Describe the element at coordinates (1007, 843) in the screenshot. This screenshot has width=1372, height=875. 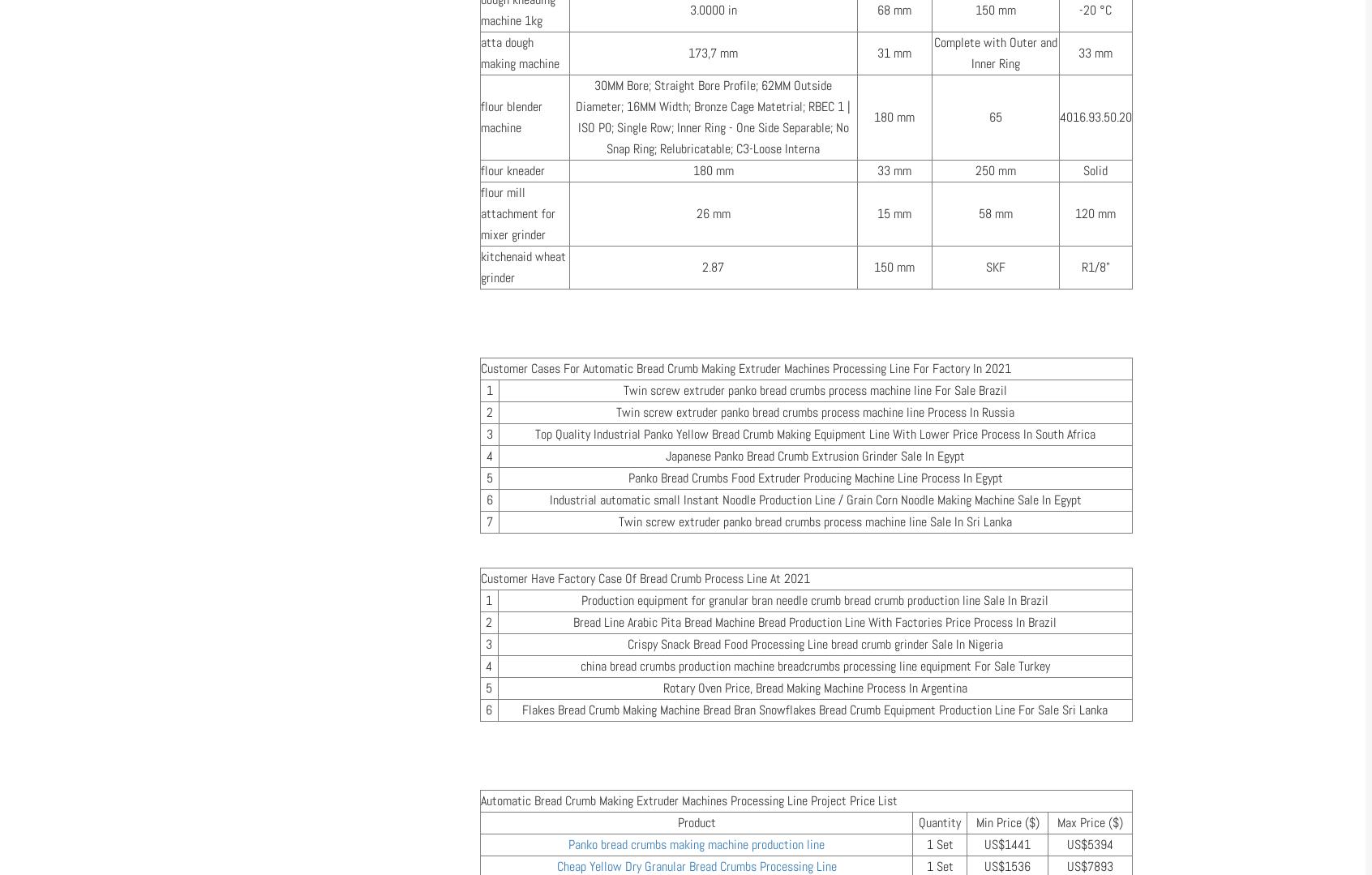
I see `'US$1441'` at that location.